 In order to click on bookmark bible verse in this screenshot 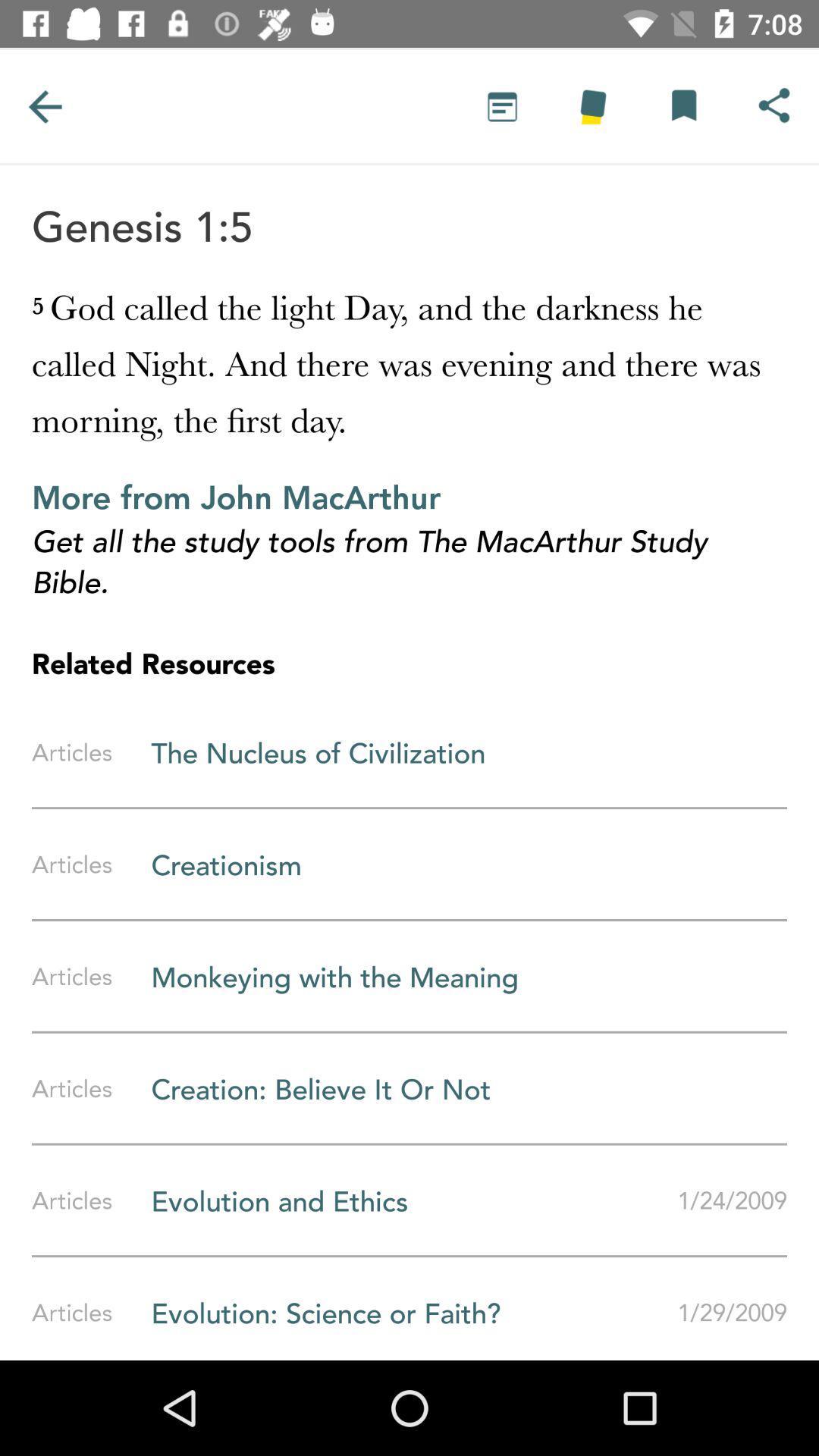, I will do `click(683, 105)`.